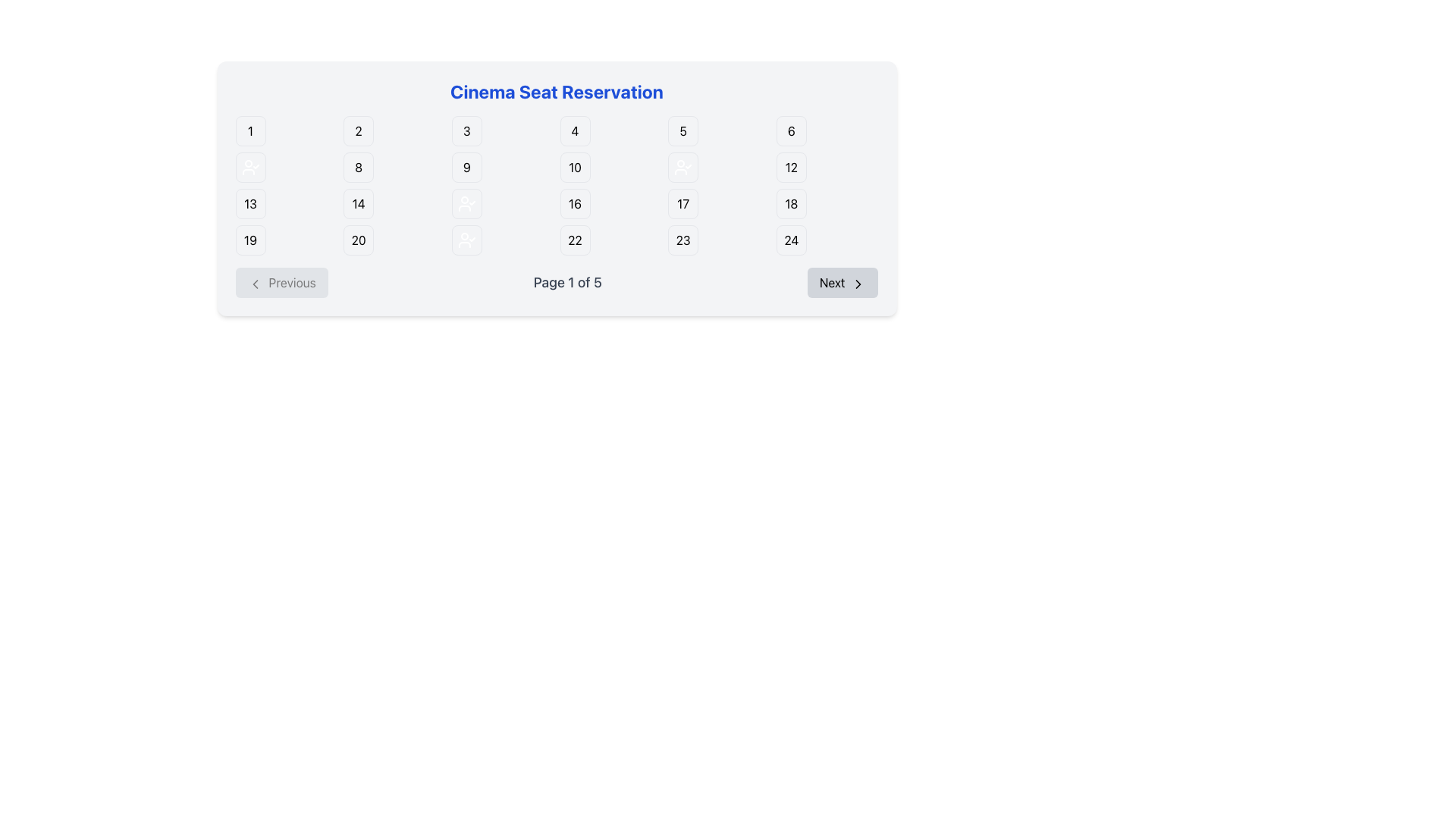 The height and width of the screenshot is (819, 1456). What do you see at coordinates (358, 203) in the screenshot?
I see `the square button-like UI element representing a selectable seat in the reservation system, located in the third row and second column of the seat selection interface` at bounding box center [358, 203].